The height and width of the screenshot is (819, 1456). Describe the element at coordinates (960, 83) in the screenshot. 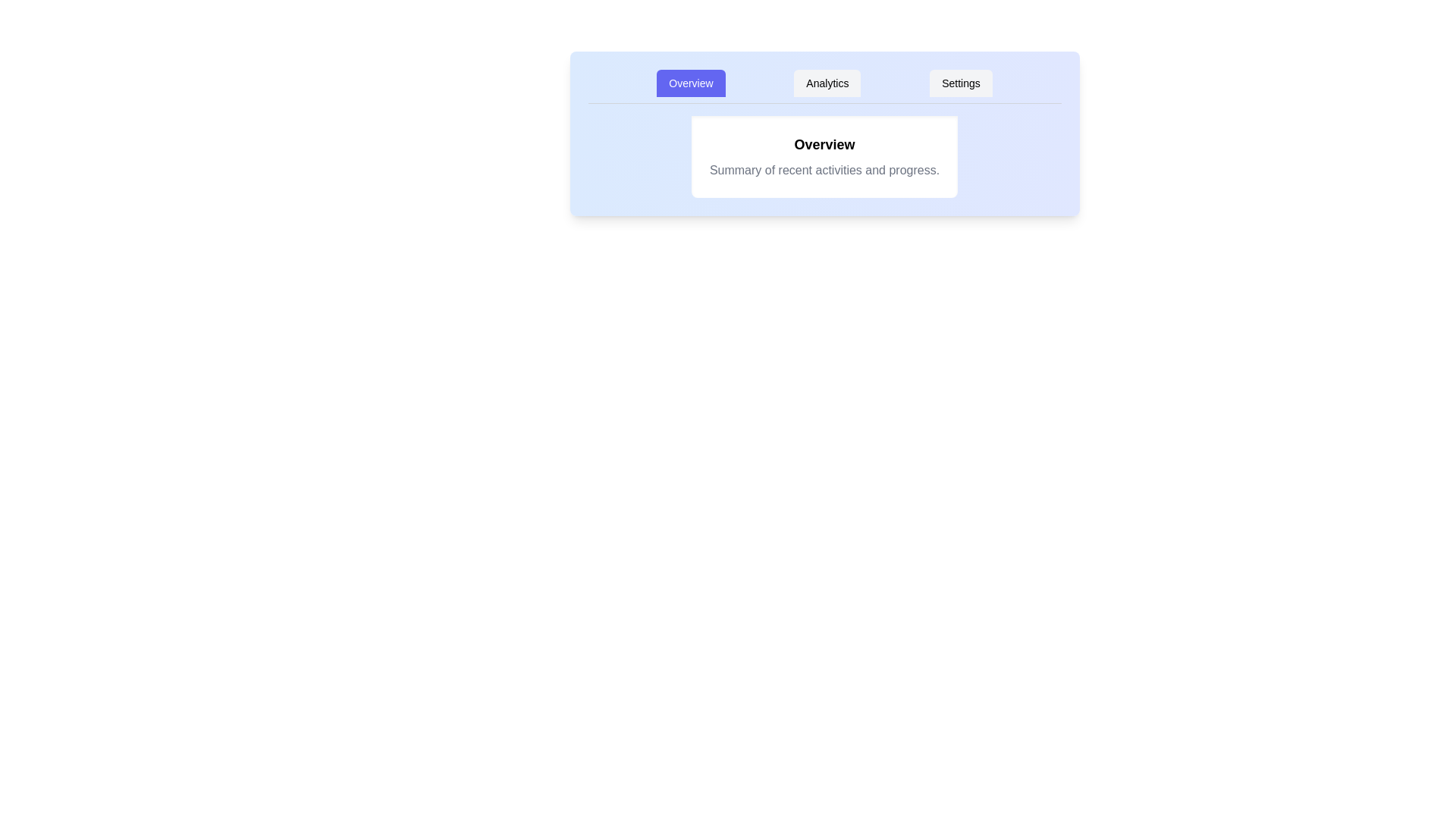

I see `the Settings tab` at that location.